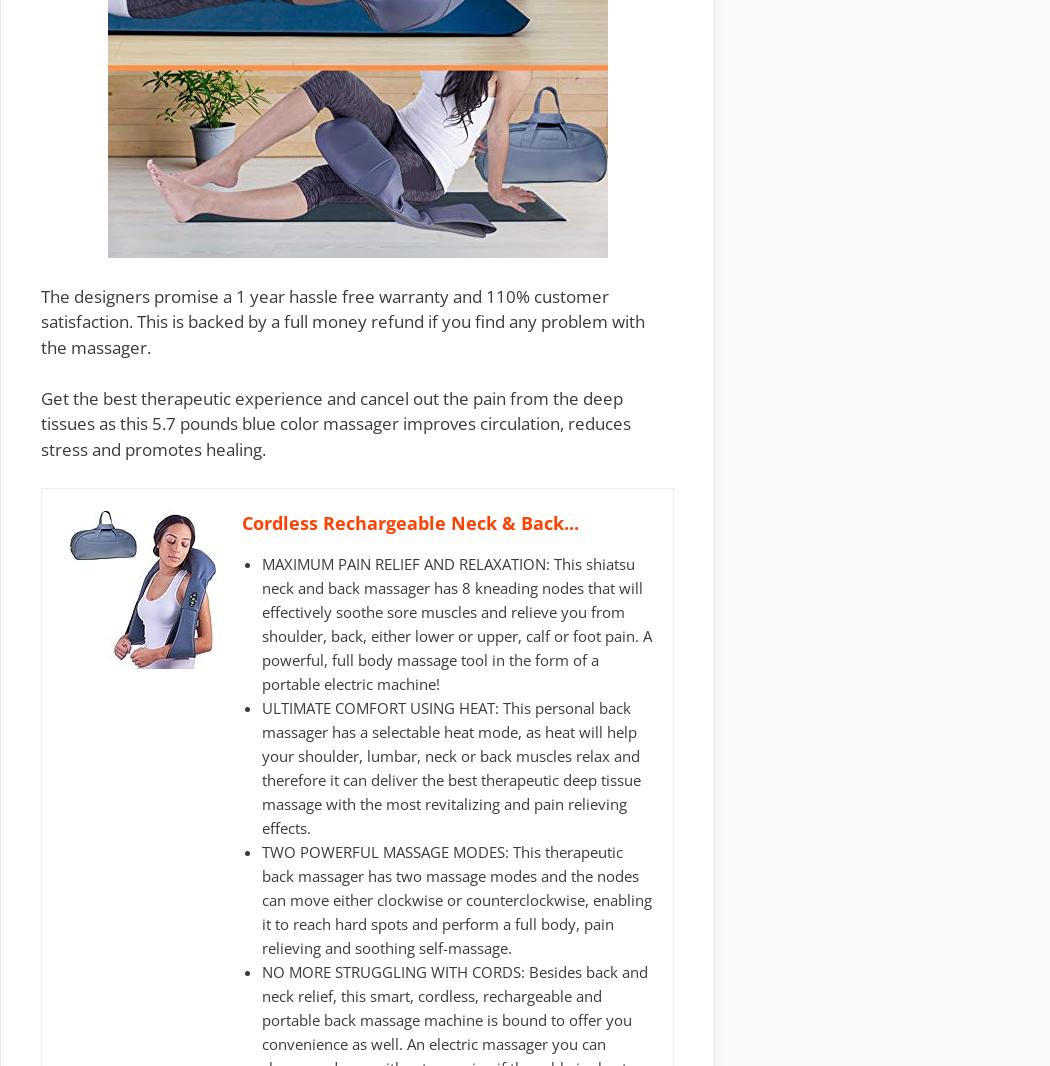 The image size is (1050, 1066). Describe the element at coordinates (39, 333) in the screenshot. I see `'. This is backed by a full money refund if you find any problem with the massager.'` at that location.